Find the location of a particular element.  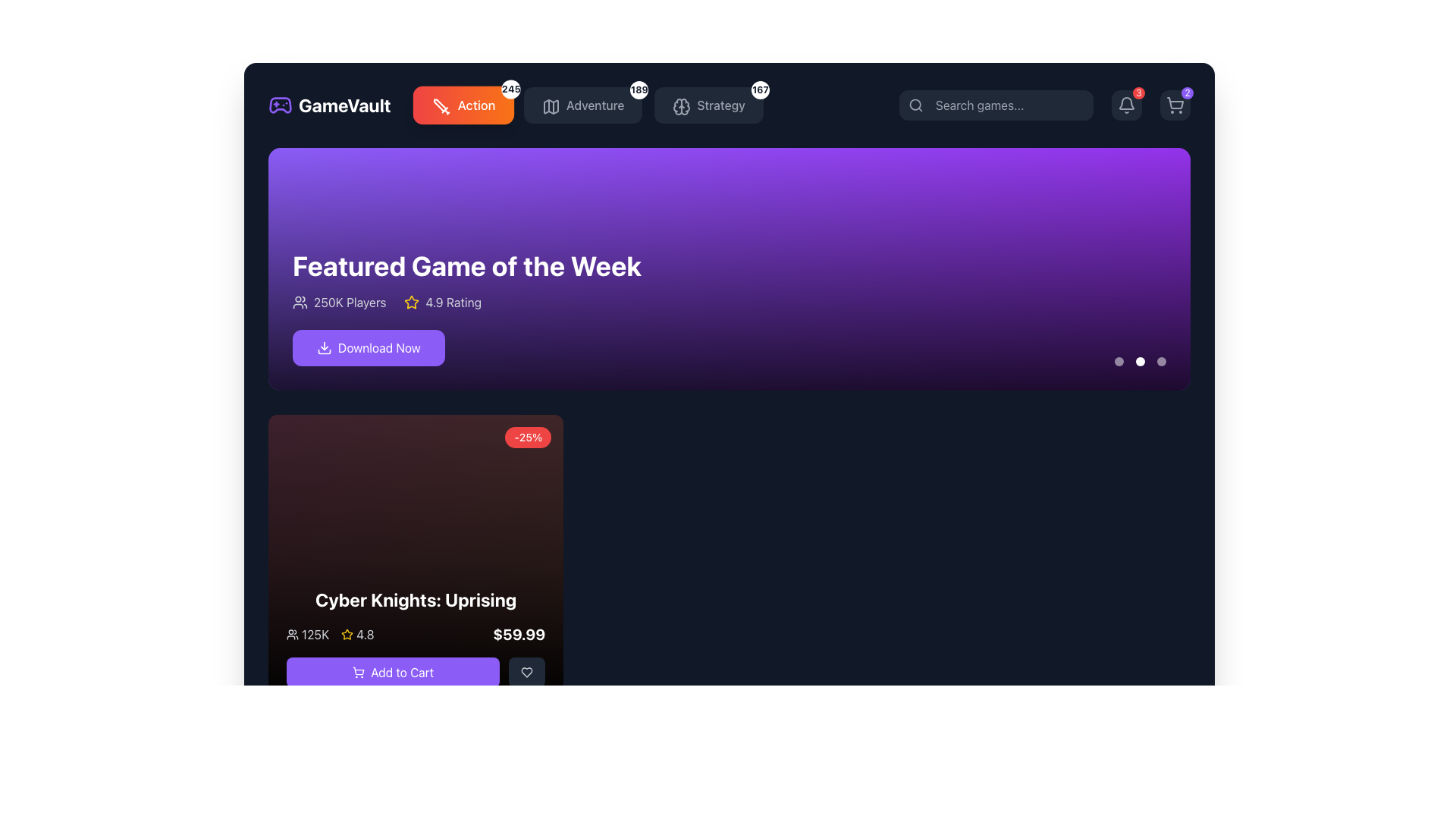

the 'Adventure' button is located at coordinates (548, 104).